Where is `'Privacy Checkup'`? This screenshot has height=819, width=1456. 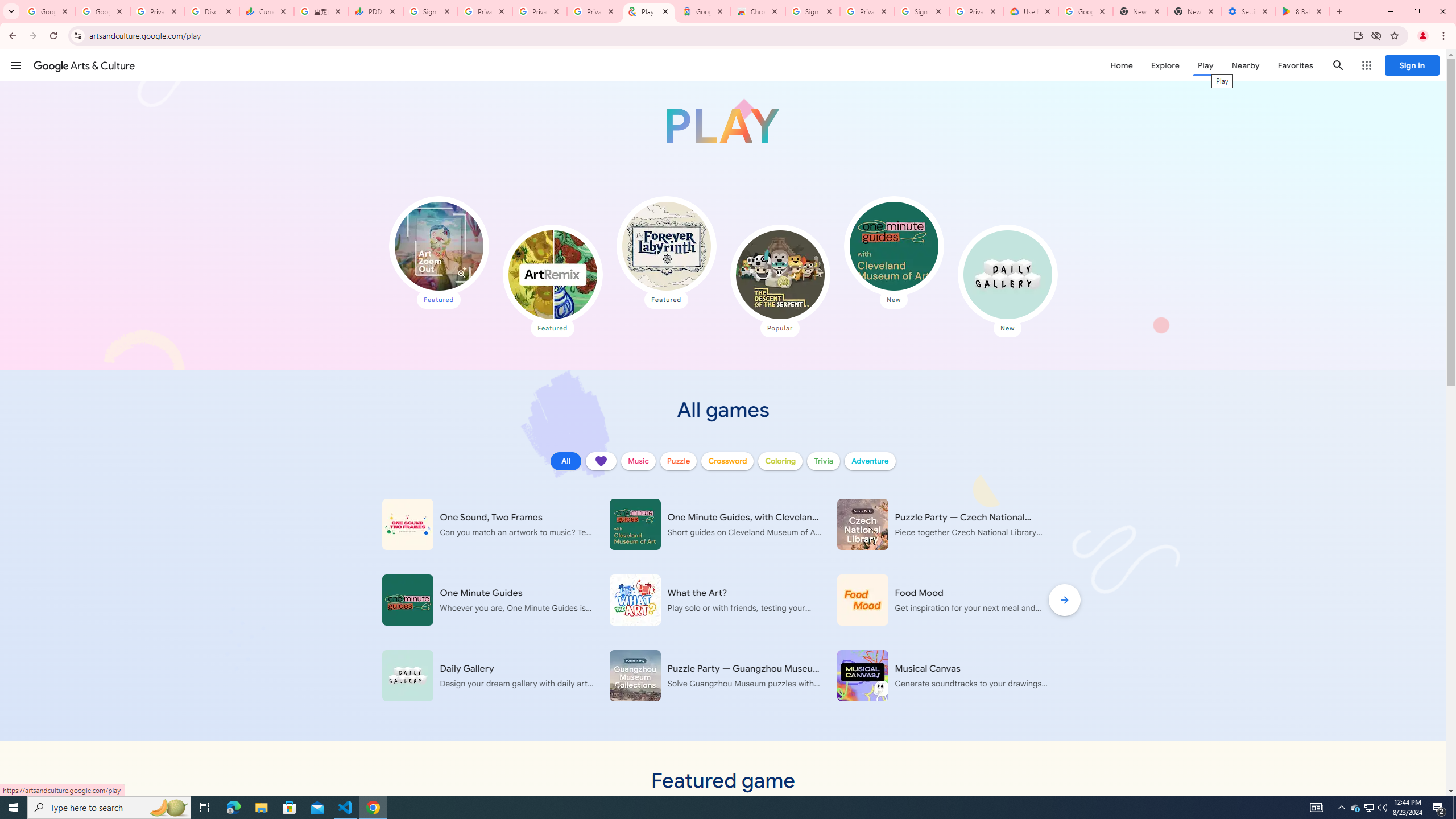 'Privacy Checkup' is located at coordinates (593, 11).